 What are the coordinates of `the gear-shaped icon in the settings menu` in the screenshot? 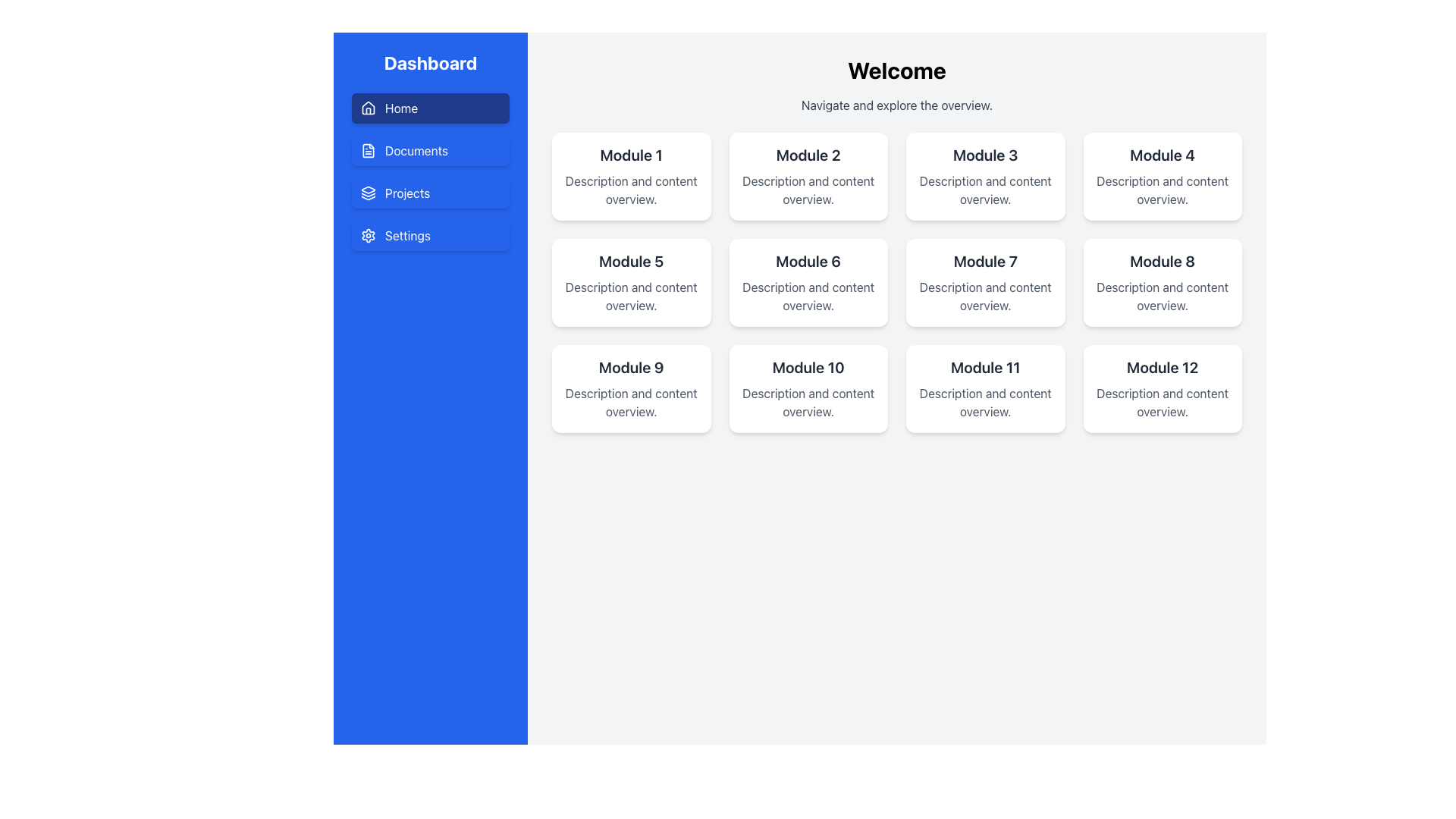 It's located at (368, 236).